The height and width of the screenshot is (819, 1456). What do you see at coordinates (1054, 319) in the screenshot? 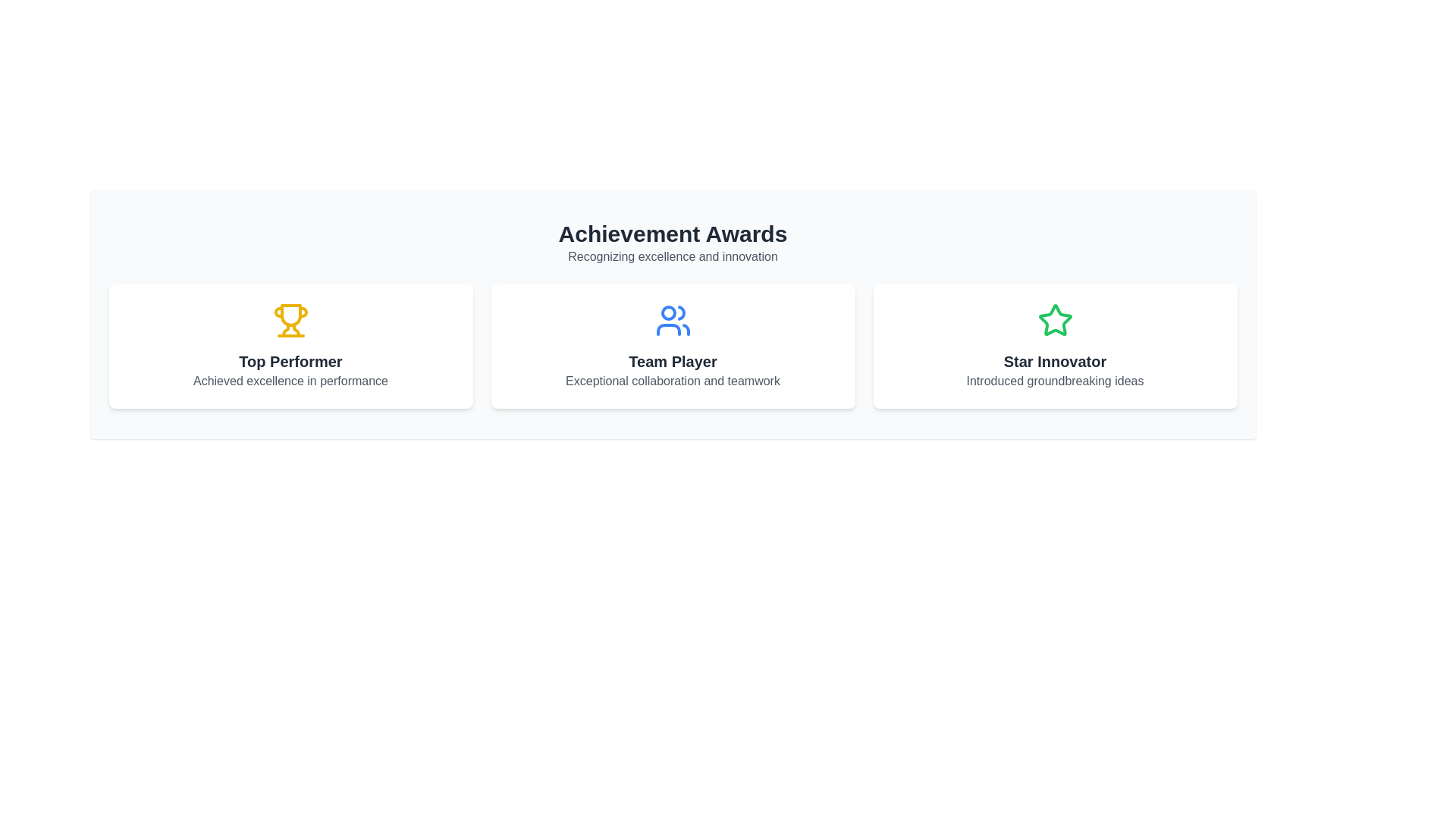
I see `the green outlined star icon within the 'Star Innovator' award card located at the bottom-right of the Achievement Awards section` at bounding box center [1054, 319].